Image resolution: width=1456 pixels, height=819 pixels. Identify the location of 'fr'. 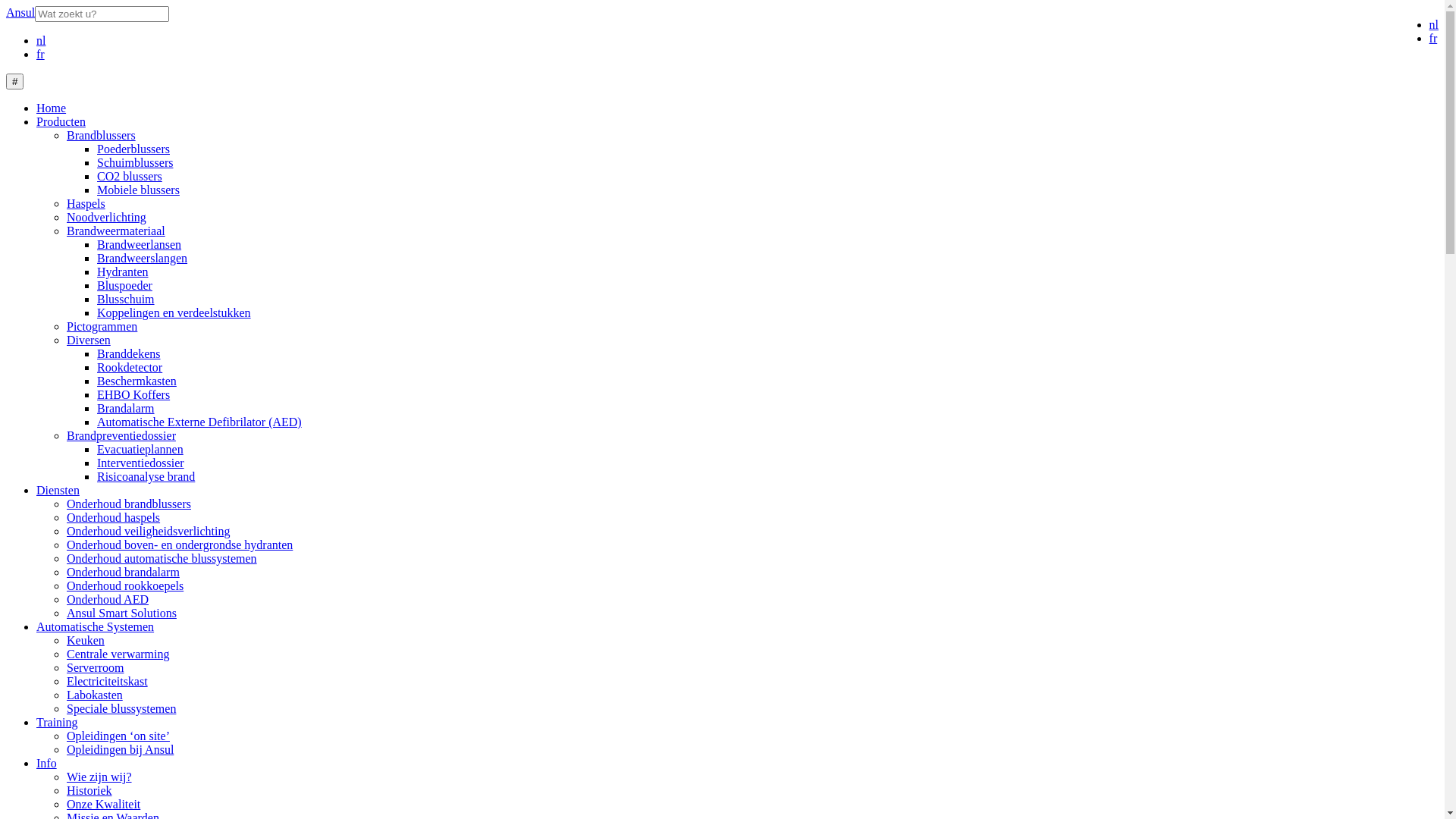
(1429, 37).